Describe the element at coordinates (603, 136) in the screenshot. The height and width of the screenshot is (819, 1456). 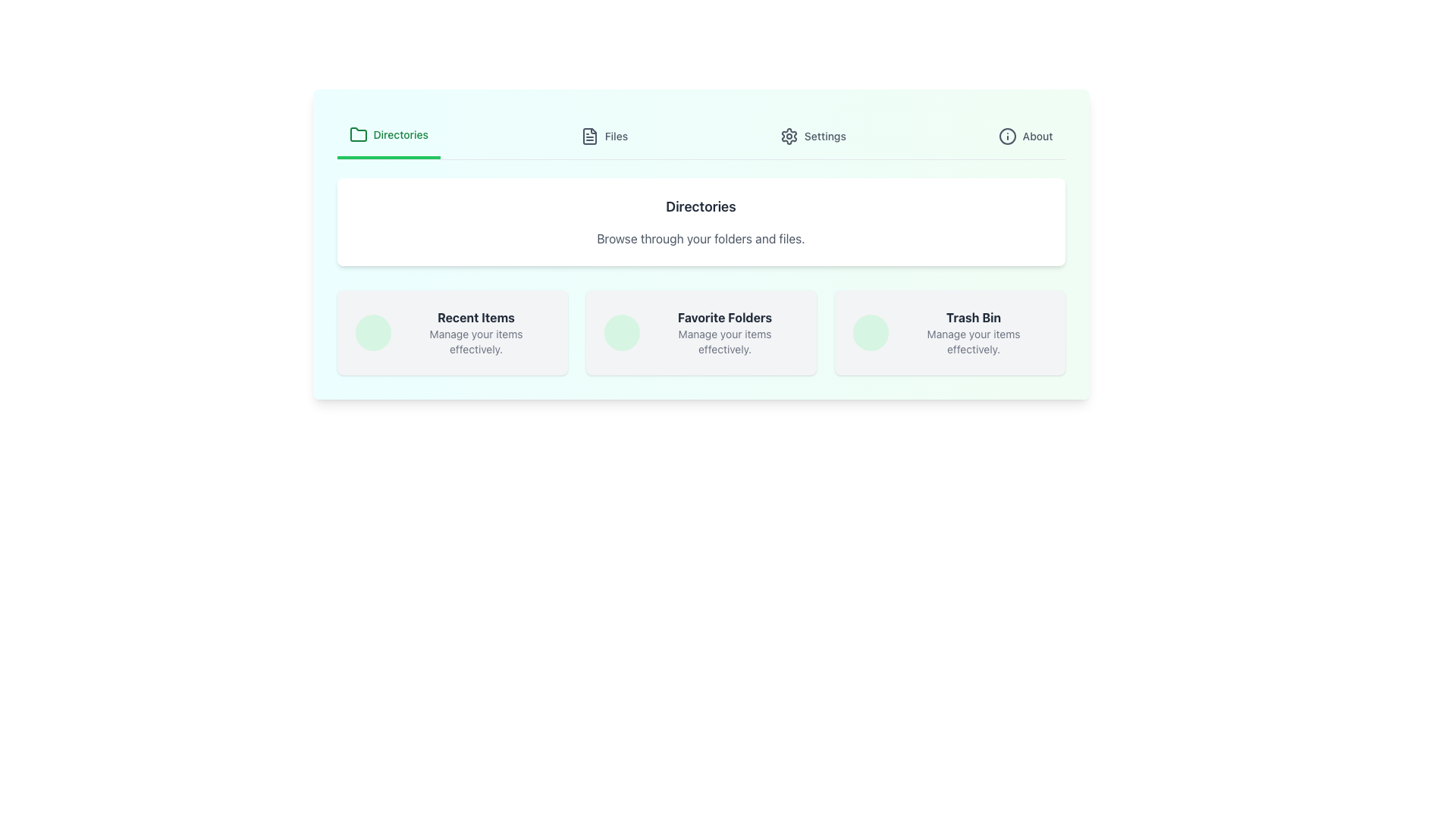
I see `the file management button located in the navigation bar, positioned between 'Directories' and 'Settings'` at that location.